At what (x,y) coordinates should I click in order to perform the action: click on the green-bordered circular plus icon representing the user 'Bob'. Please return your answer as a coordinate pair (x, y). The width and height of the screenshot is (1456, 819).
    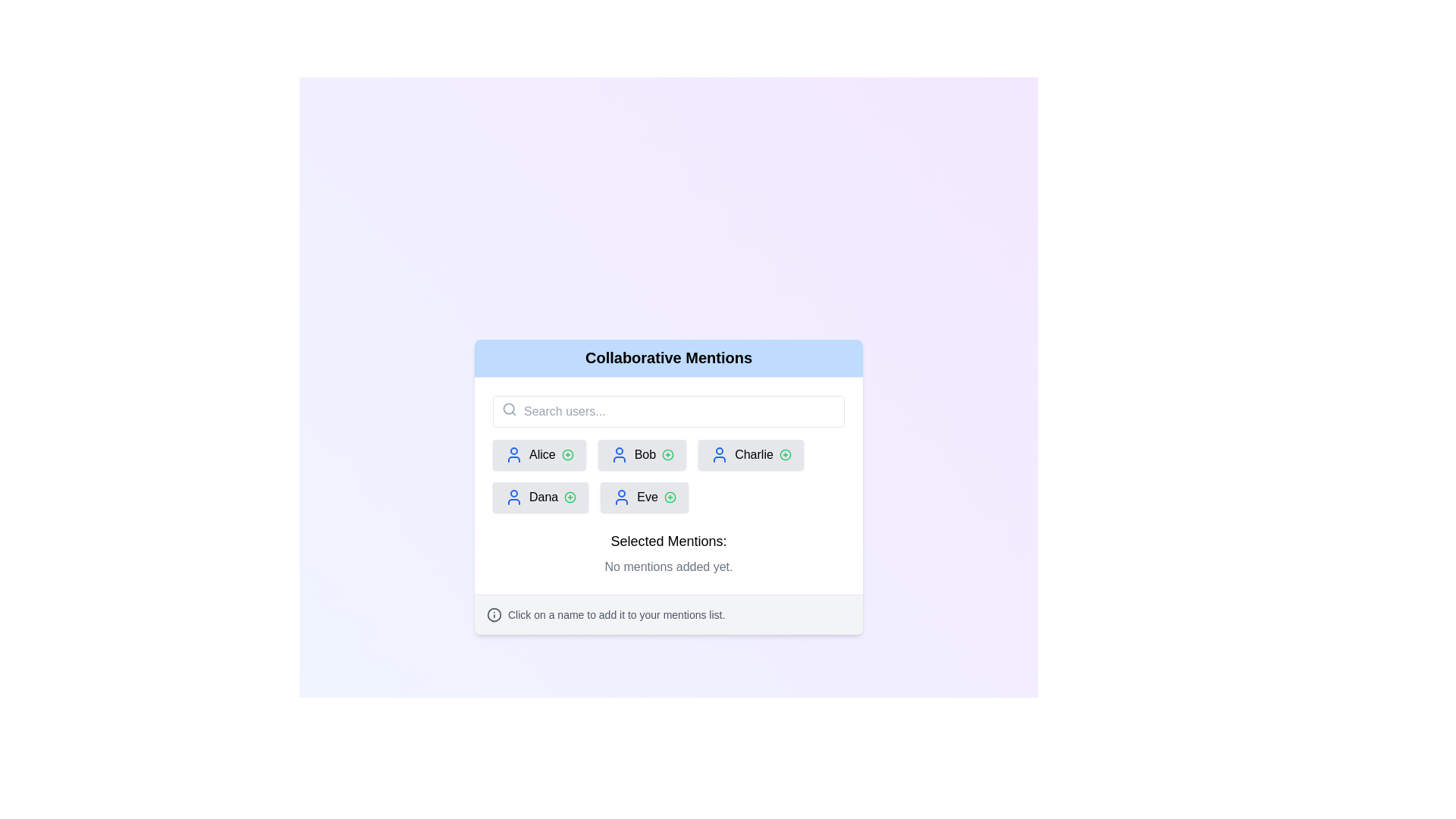
    Looking at the image, I should click on (667, 453).